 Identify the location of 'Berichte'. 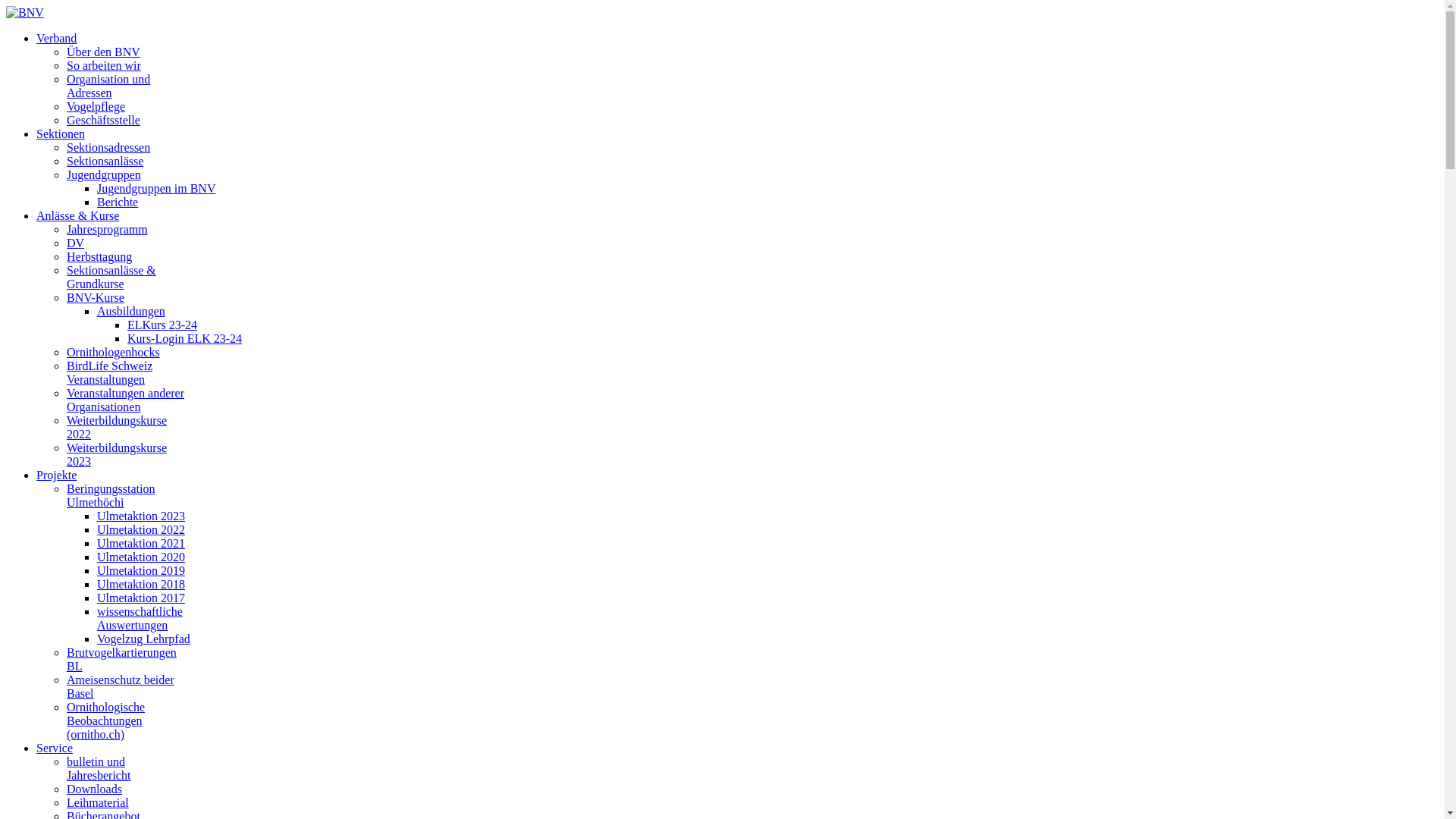
(116, 201).